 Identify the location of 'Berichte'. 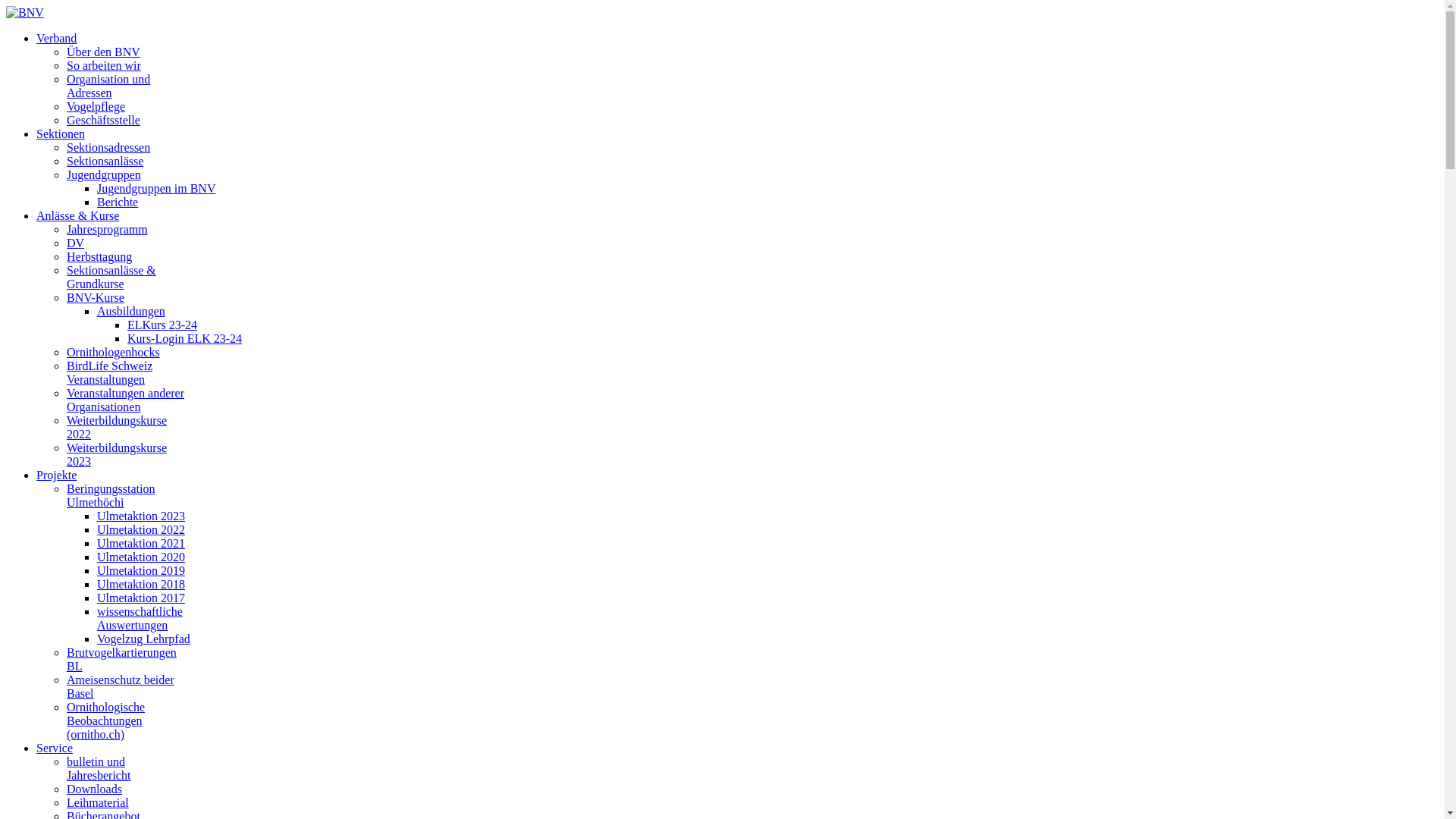
(116, 201).